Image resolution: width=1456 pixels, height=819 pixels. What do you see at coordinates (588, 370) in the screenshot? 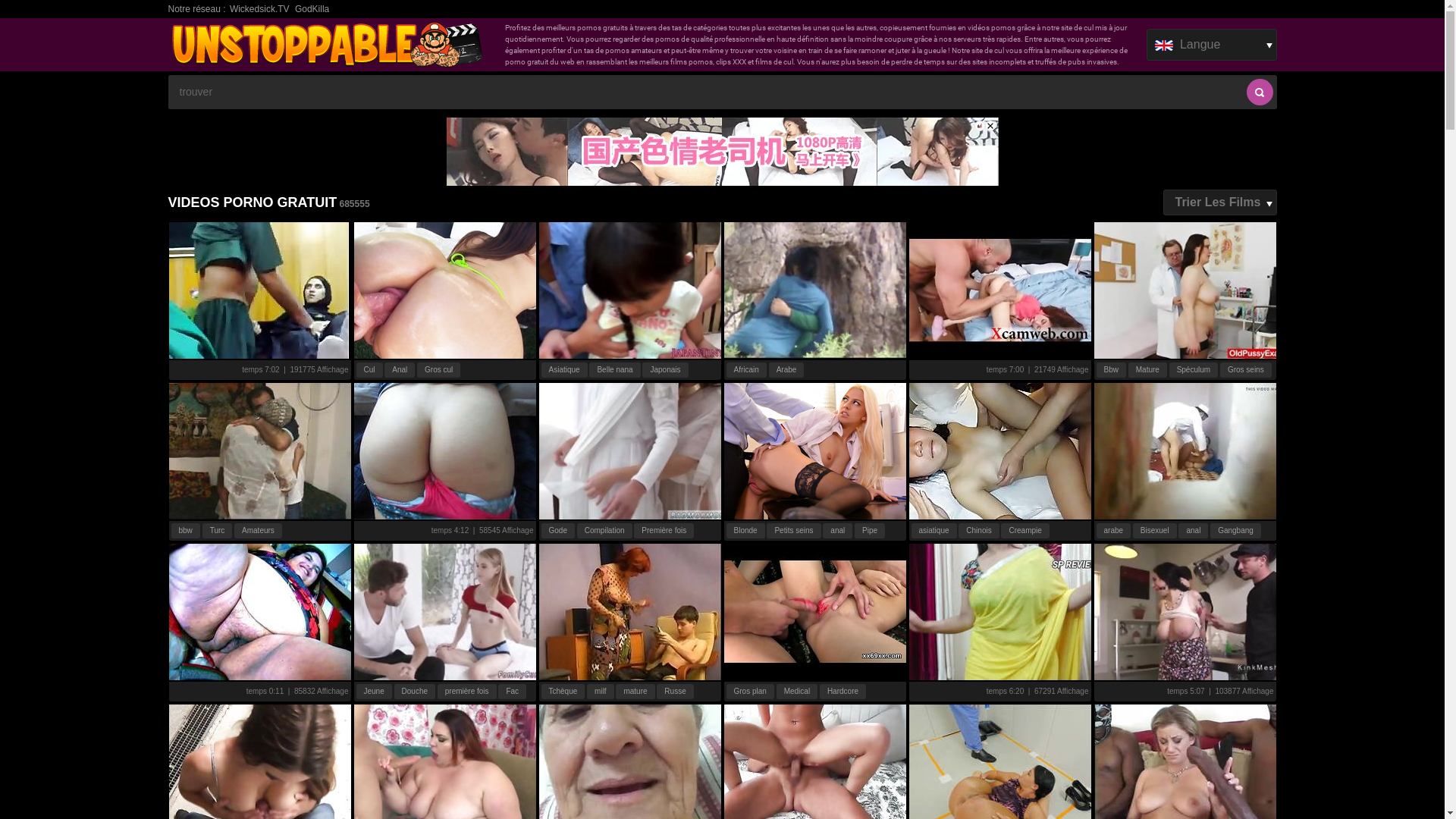
I see `'Belle nana'` at bounding box center [588, 370].